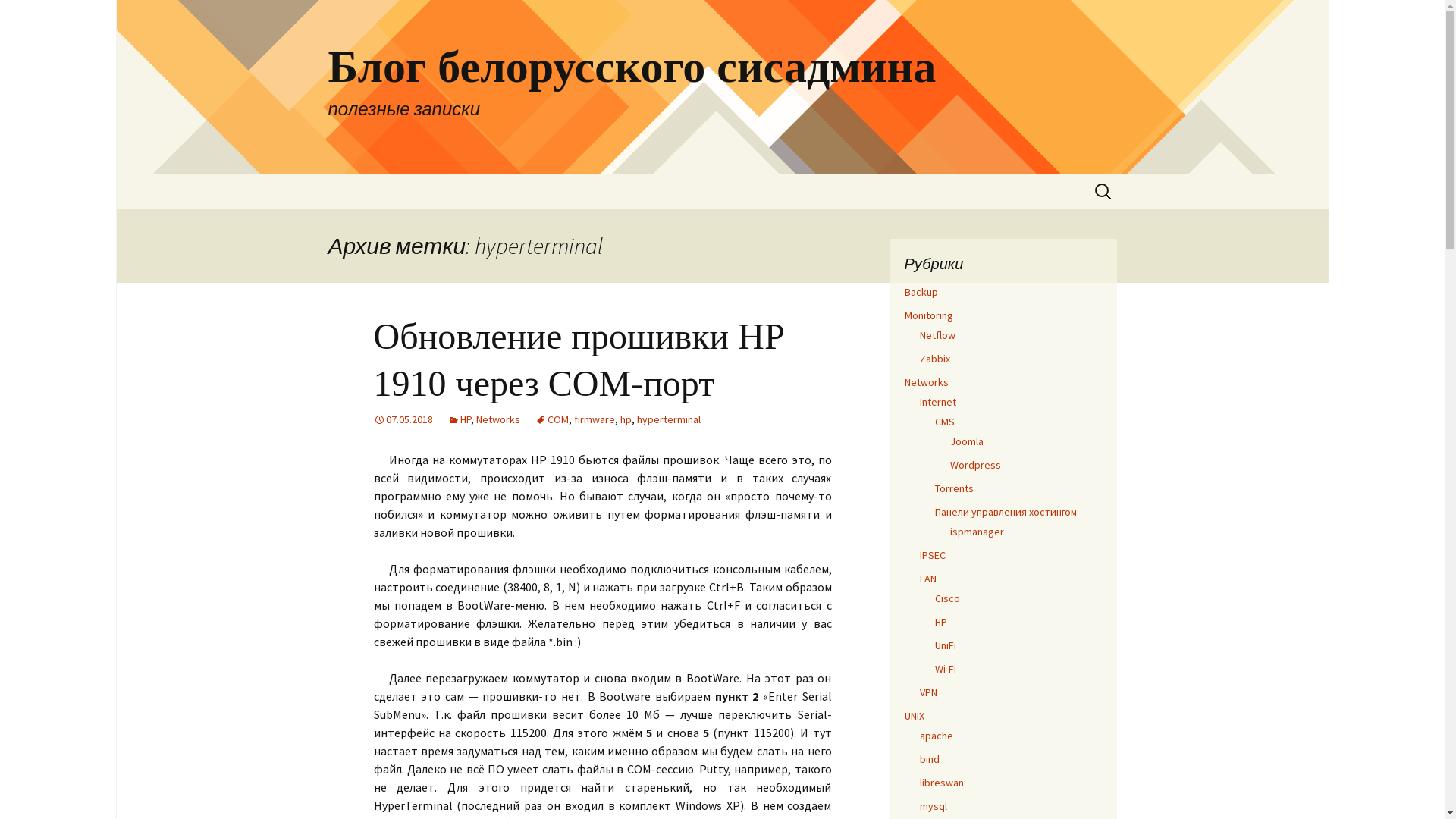  Describe the element at coordinates (936, 334) in the screenshot. I see `'Netflow'` at that location.